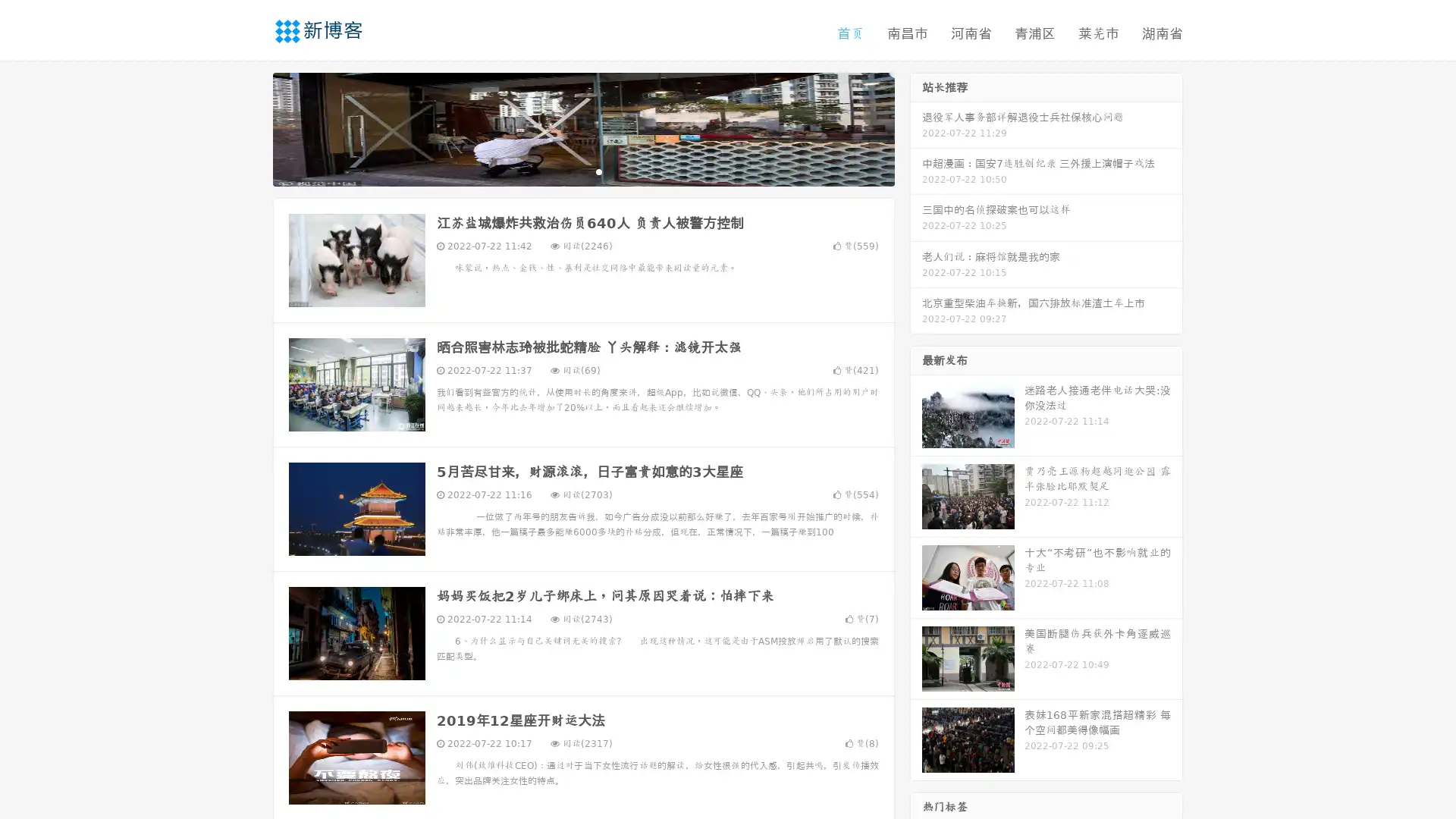  I want to click on Next slide, so click(916, 127).